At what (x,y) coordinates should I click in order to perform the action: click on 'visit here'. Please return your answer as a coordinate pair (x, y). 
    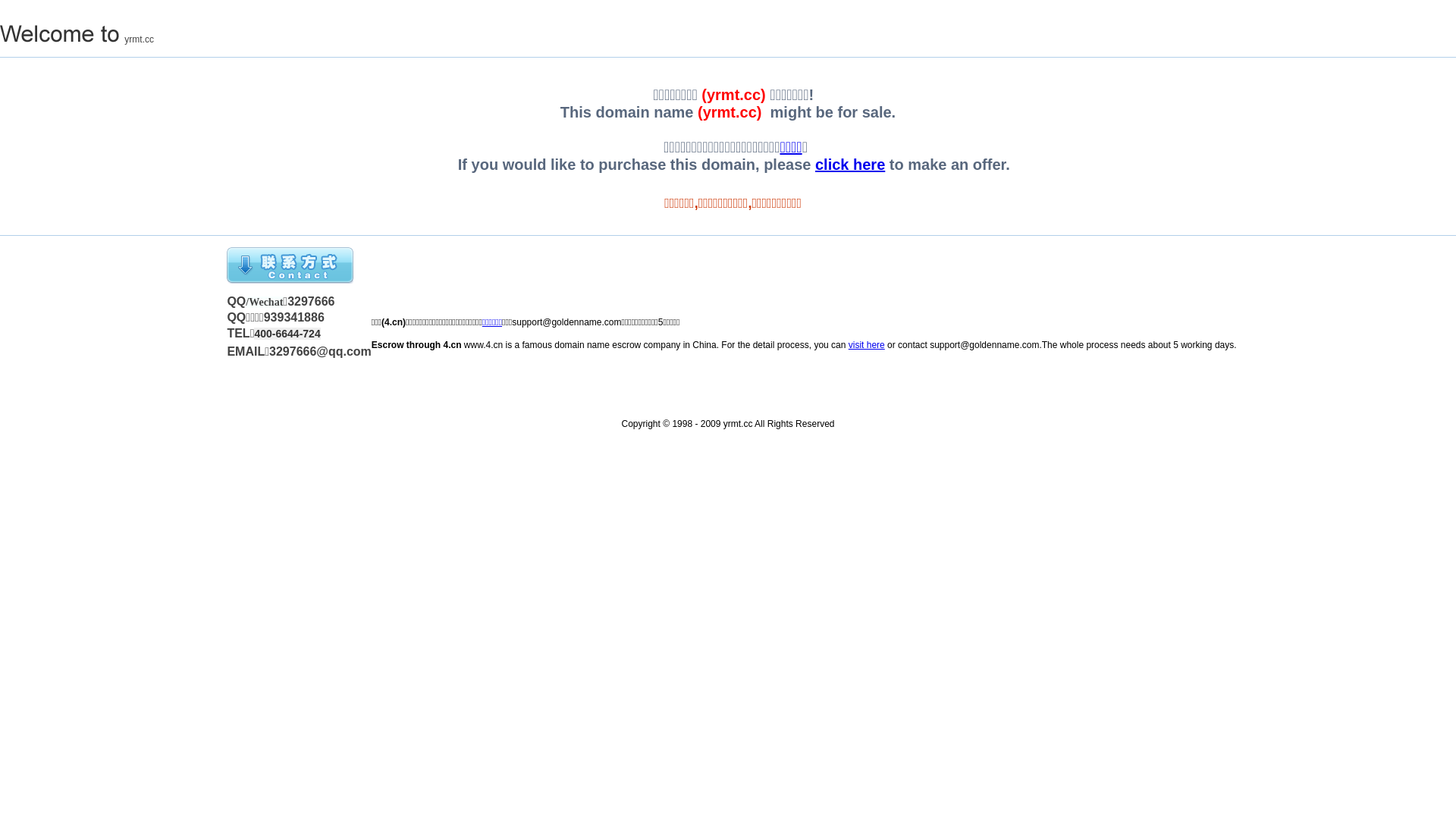
    Looking at the image, I should click on (866, 345).